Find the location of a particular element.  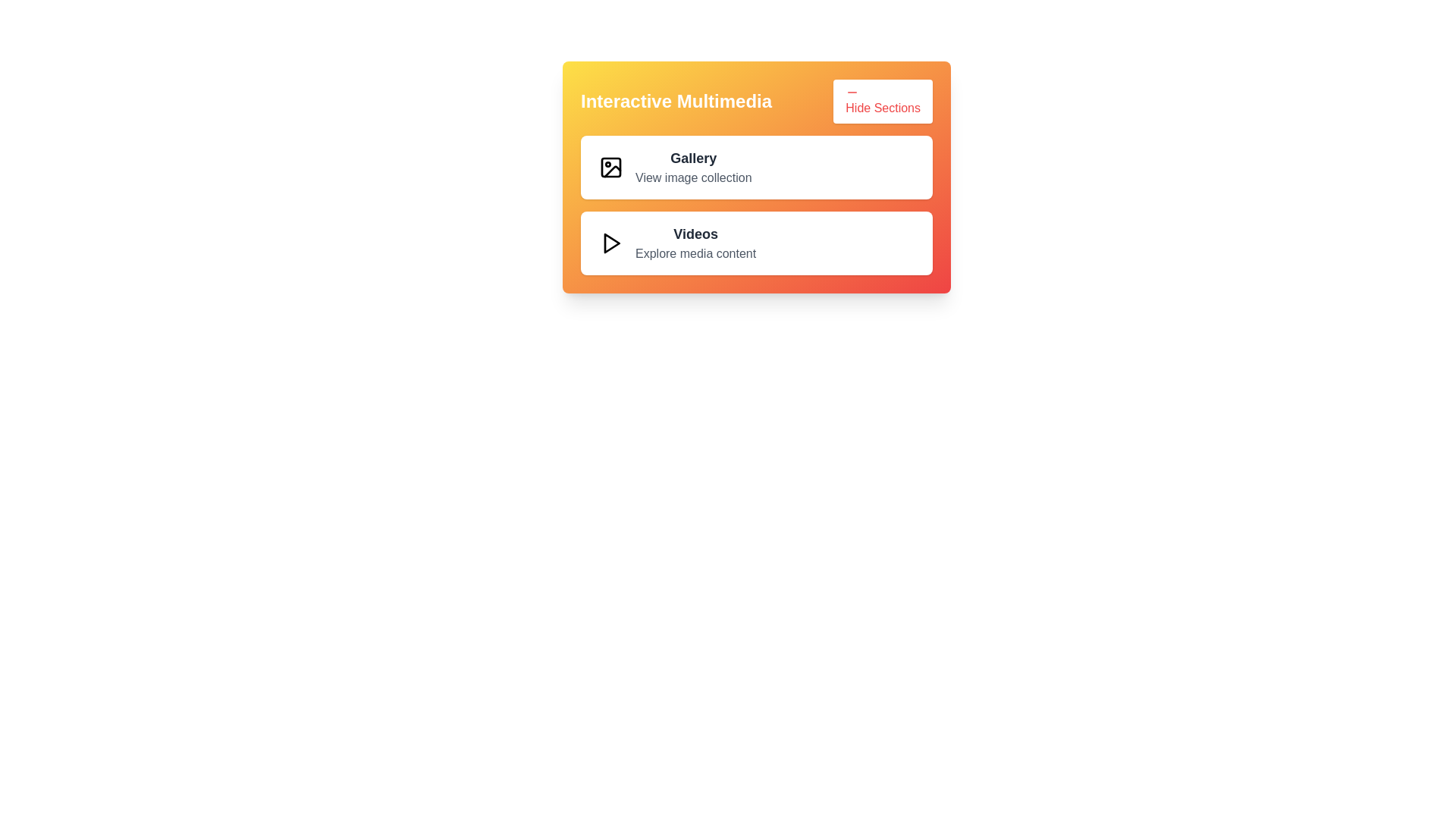

the collapse icon located at the upper-right side of the 'Hide Sections' button, which is visually represented to collapse or hide sections is located at coordinates (852, 93).